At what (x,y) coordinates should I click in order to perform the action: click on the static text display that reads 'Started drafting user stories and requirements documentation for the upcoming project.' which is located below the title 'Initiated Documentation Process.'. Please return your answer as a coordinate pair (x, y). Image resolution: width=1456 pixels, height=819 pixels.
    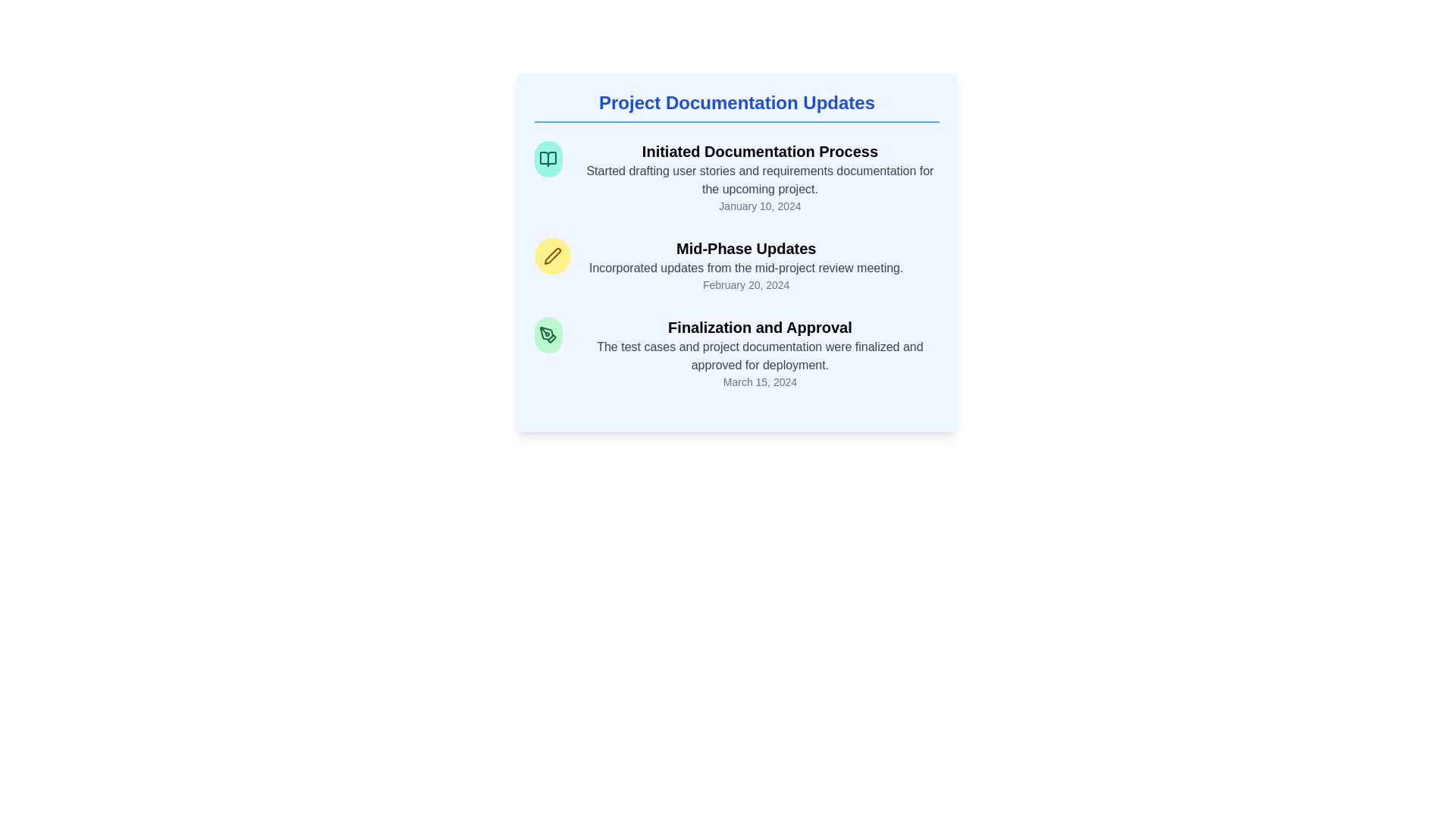
    Looking at the image, I should click on (760, 180).